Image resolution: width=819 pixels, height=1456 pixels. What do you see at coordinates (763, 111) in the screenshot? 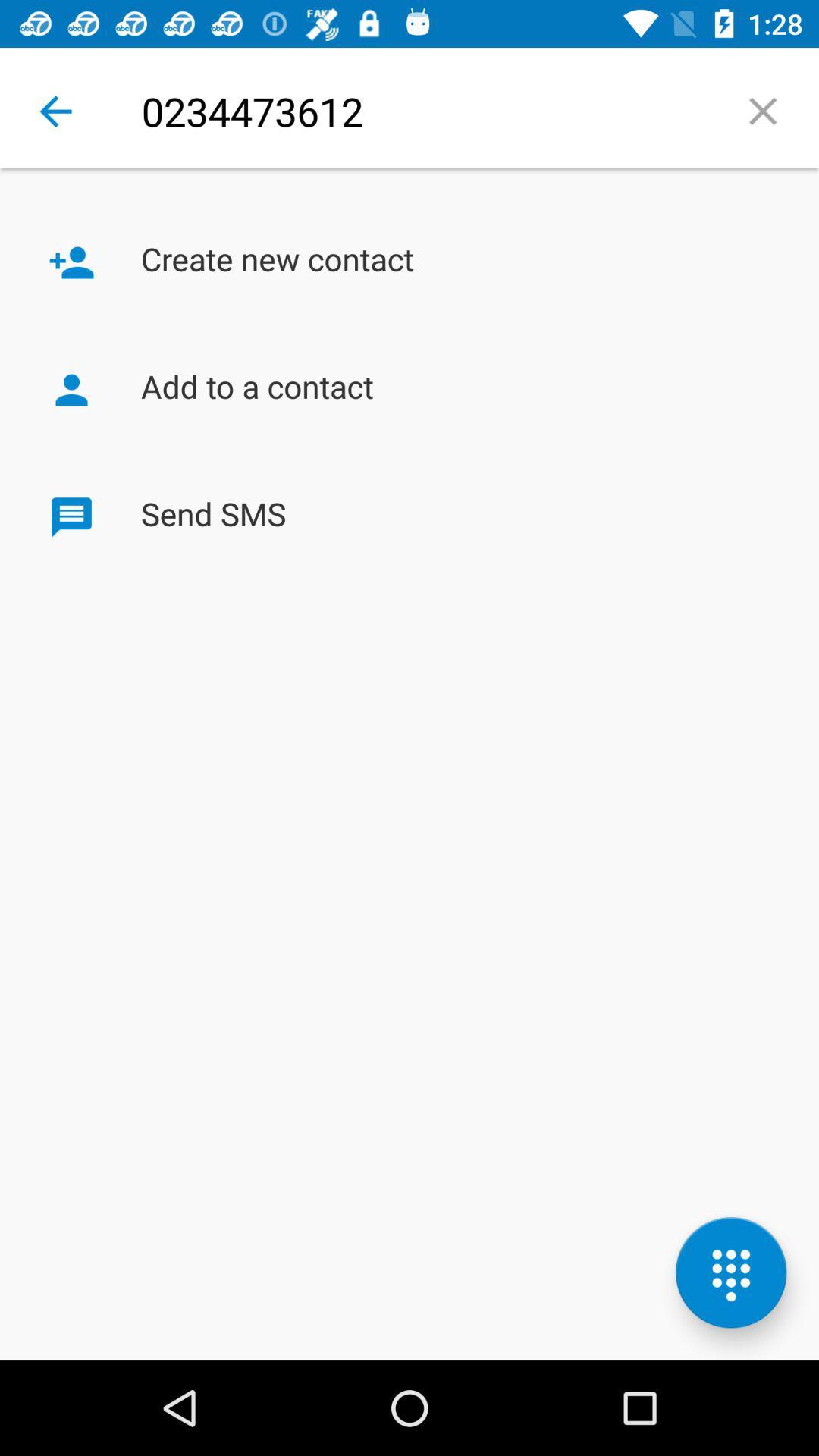
I see `icon at the top right corner` at bounding box center [763, 111].